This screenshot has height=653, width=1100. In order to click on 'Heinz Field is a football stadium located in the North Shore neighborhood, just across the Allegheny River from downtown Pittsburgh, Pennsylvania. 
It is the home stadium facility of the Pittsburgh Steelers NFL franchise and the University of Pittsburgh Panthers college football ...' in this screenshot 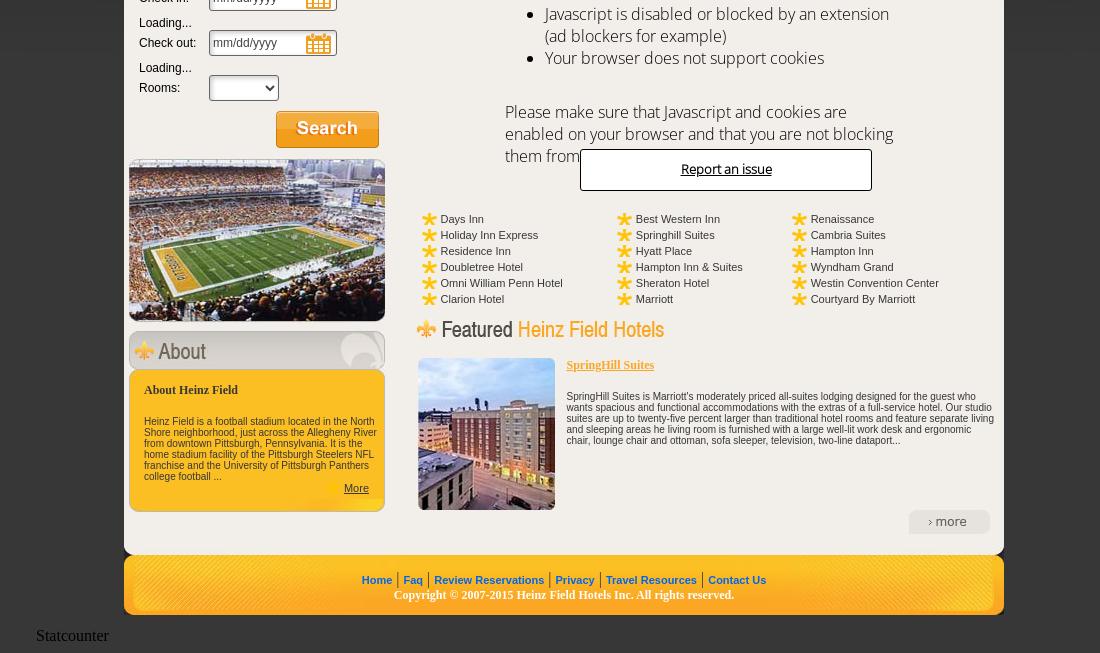, I will do `click(142, 448)`.